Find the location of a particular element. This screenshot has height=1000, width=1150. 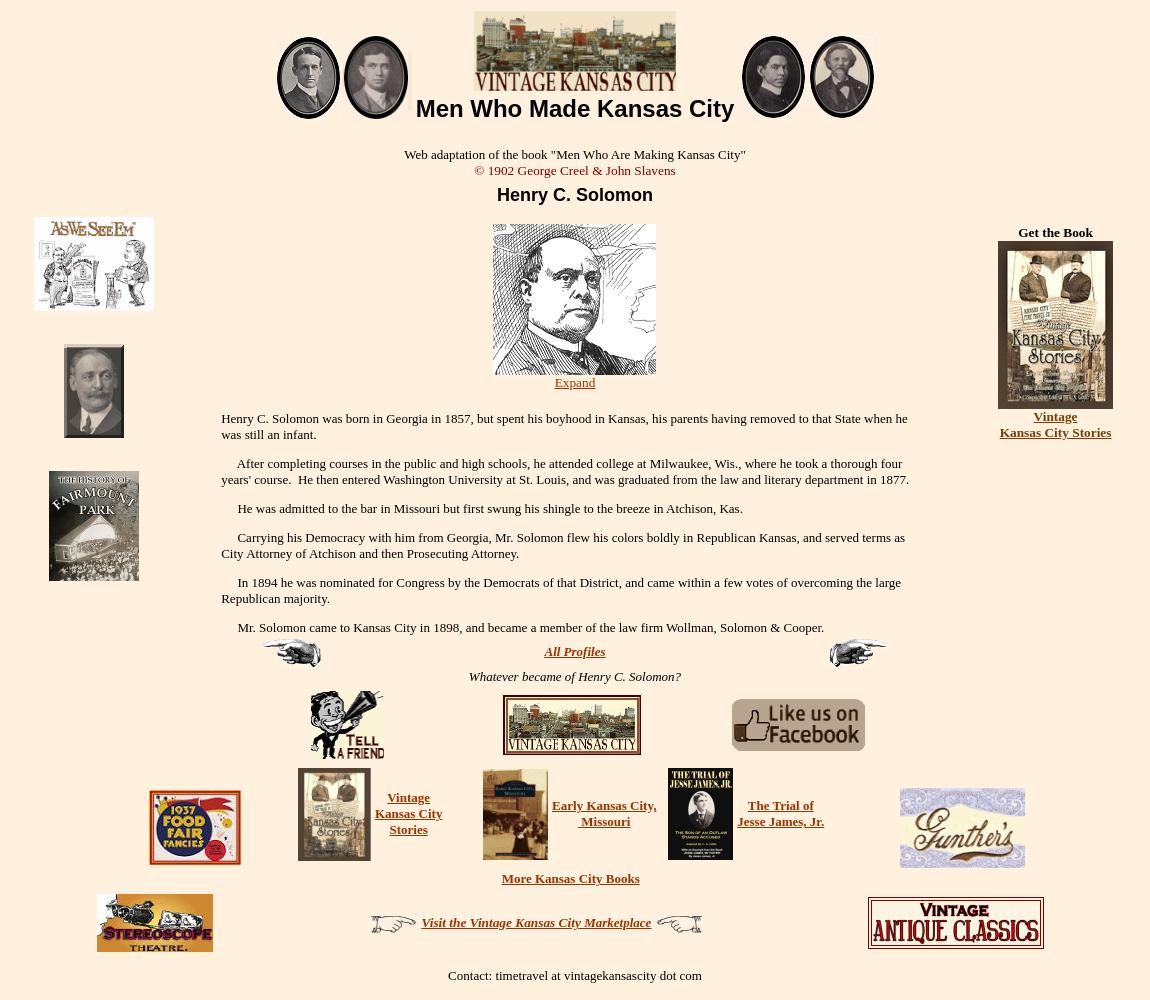

'Kansas City' is located at coordinates (373, 812).